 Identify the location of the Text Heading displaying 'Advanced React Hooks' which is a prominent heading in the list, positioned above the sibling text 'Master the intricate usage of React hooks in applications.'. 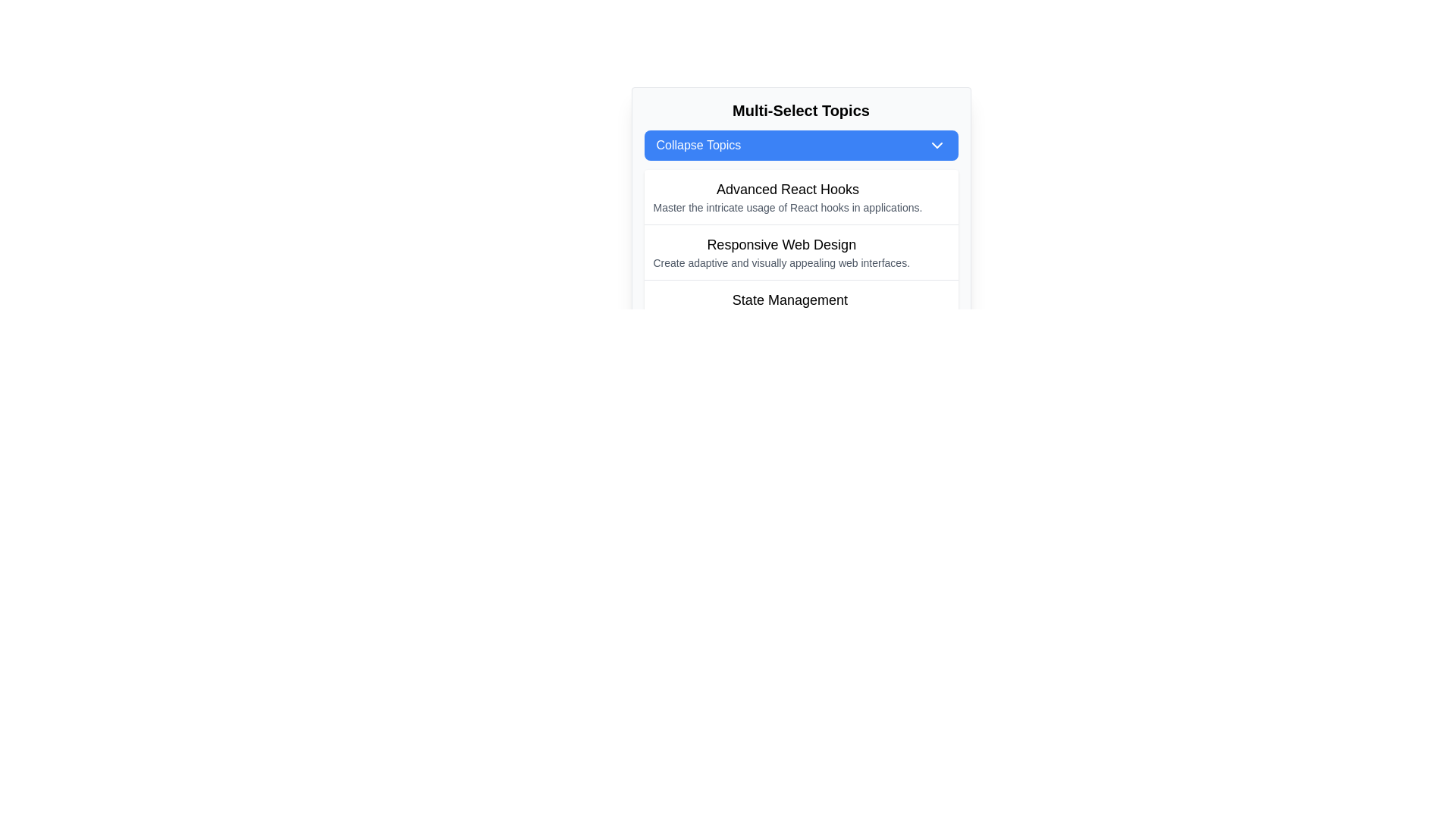
(787, 189).